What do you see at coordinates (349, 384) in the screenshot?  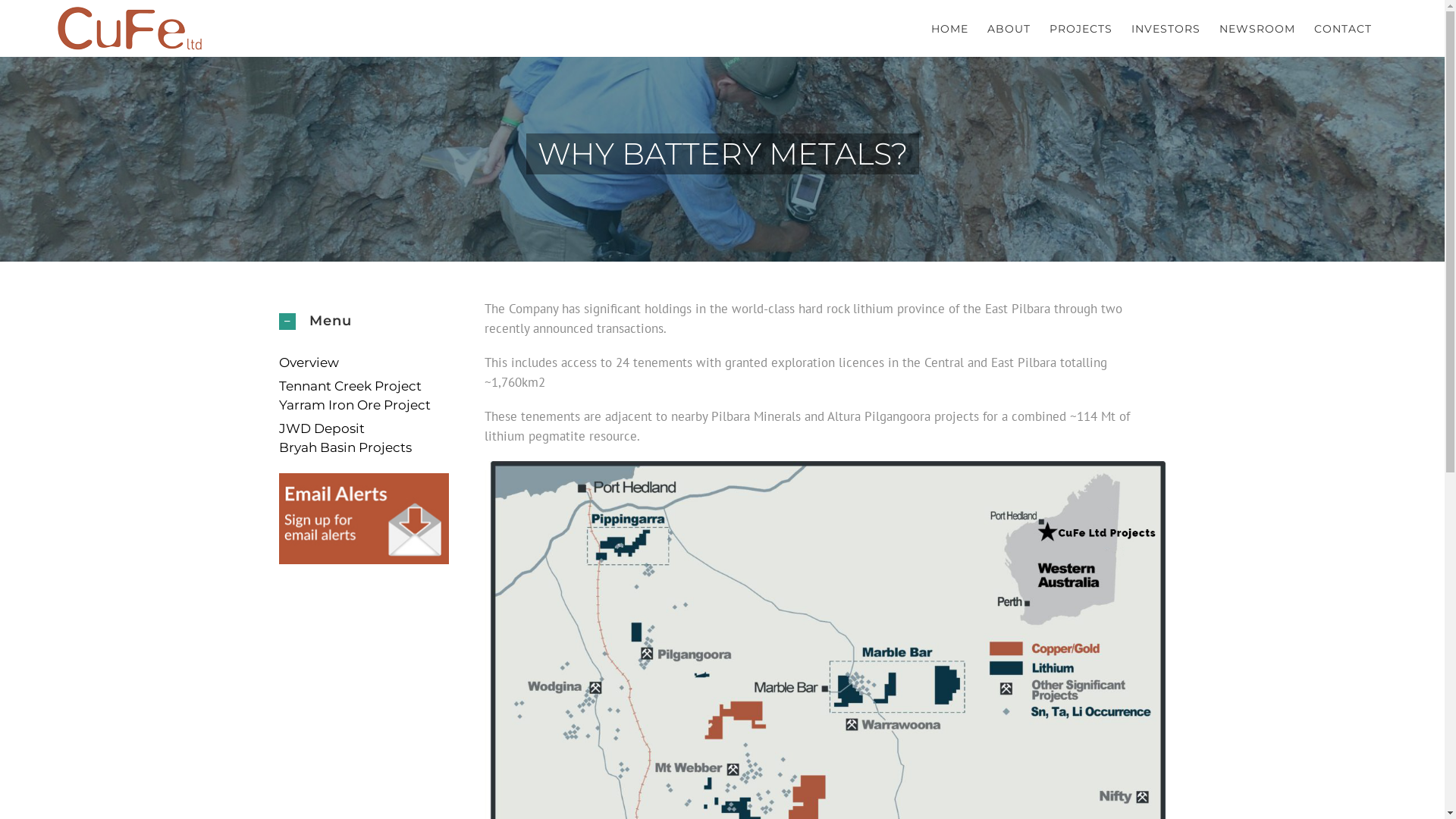 I see `'Tennant Creek Project'` at bounding box center [349, 384].